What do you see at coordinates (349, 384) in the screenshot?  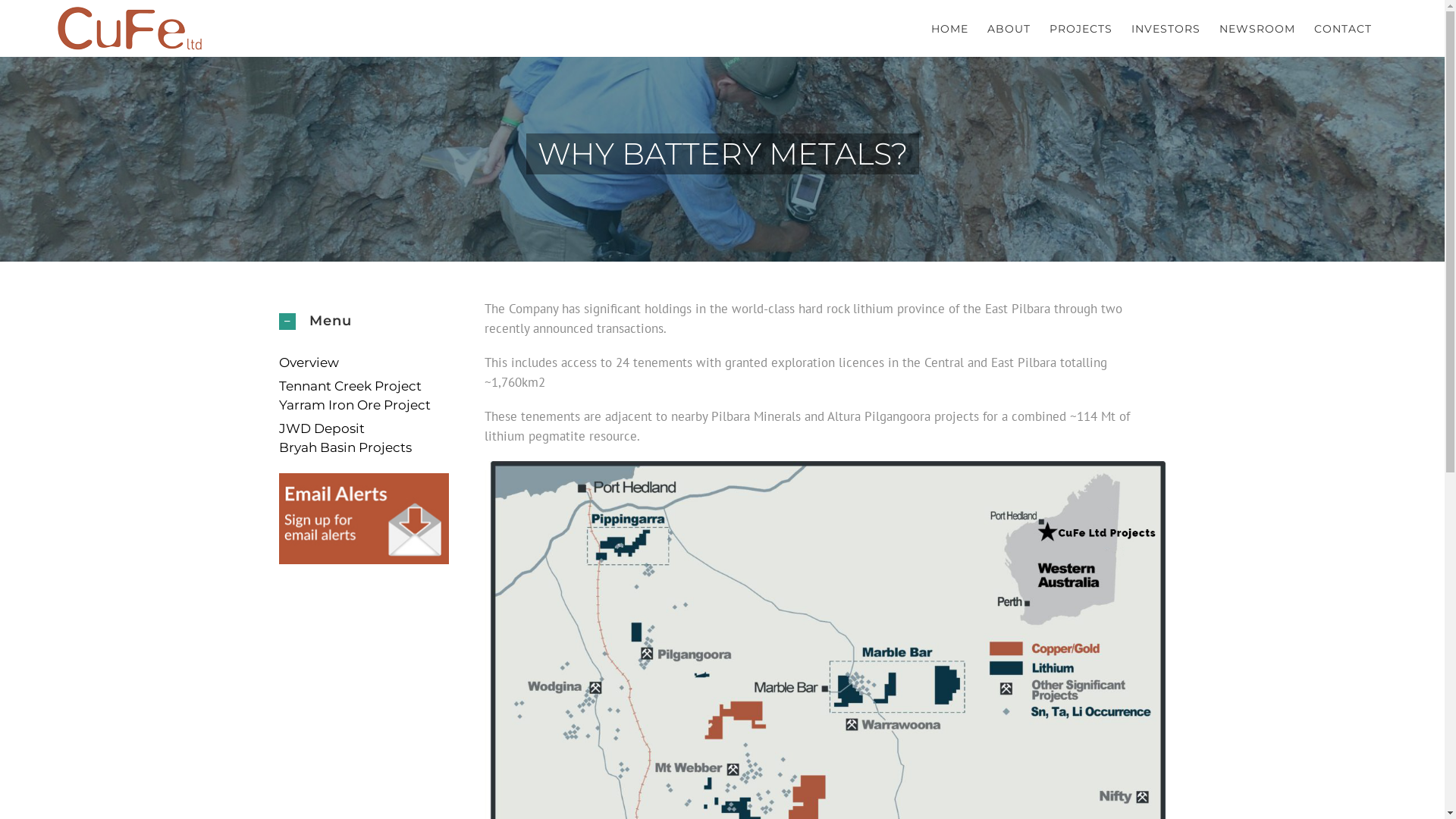 I see `'Tennant Creek Project'` at bounding box center [349, 384].